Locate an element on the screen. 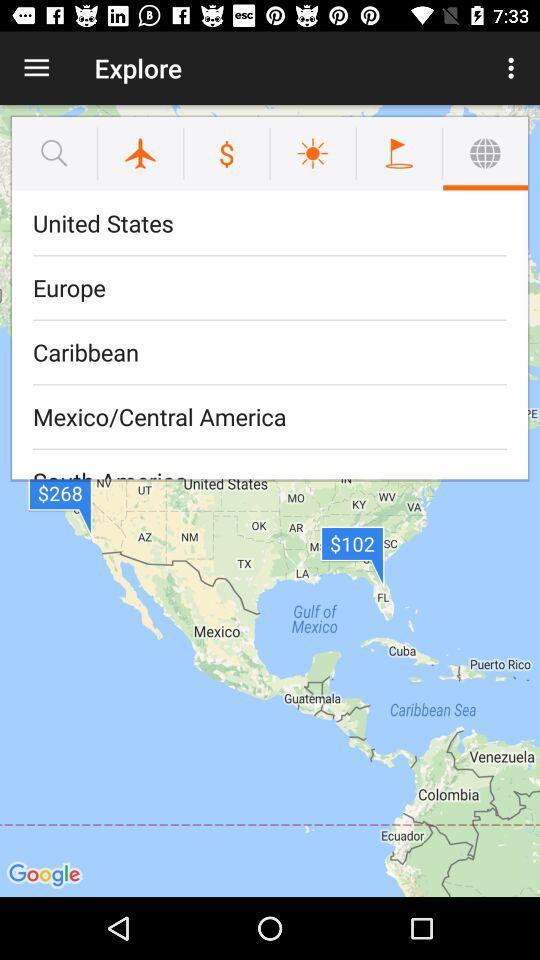 The height and width of the screenshot is (960, 540). the icon next to the explore icon is located at coordinates (513, 68).